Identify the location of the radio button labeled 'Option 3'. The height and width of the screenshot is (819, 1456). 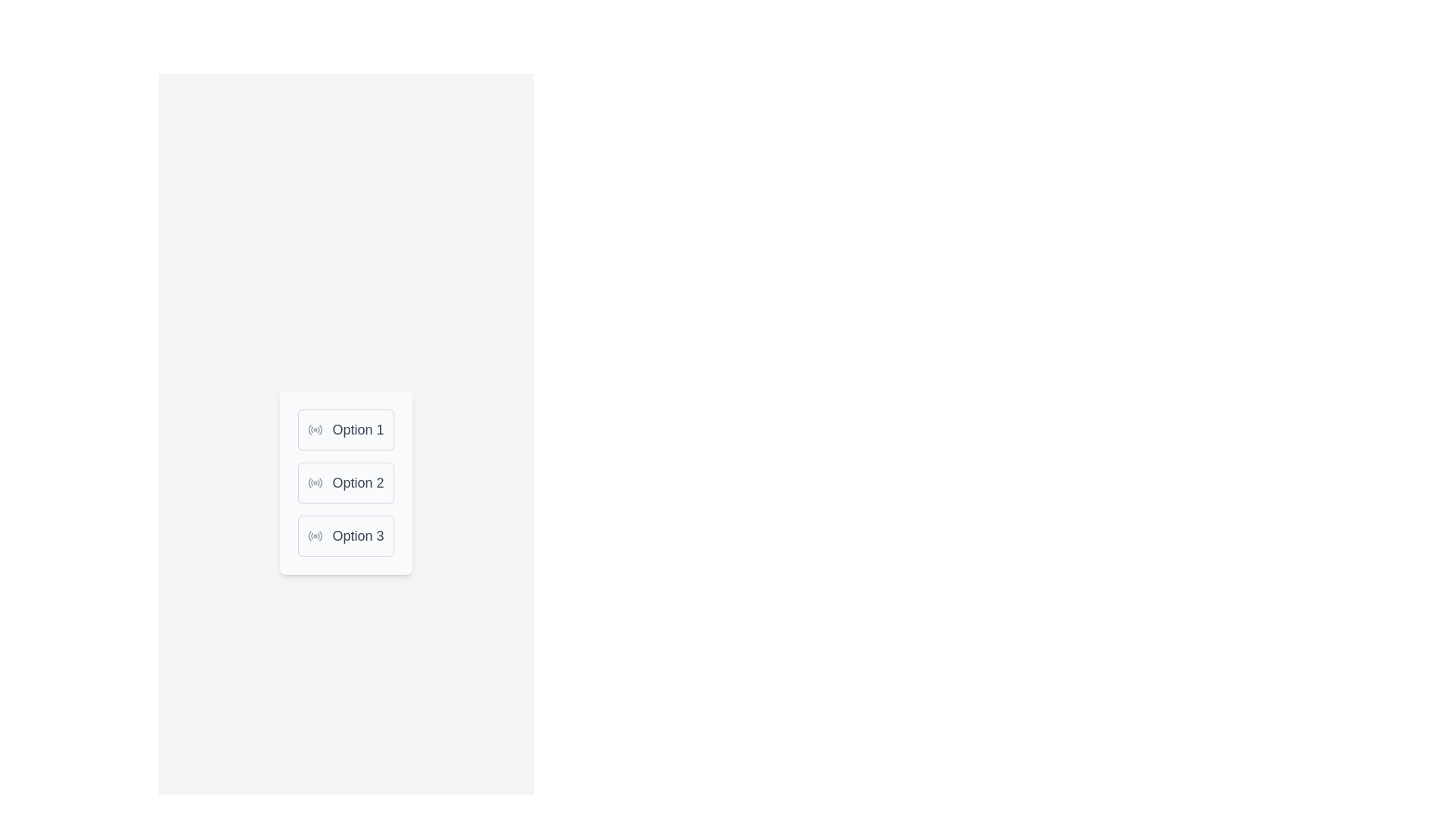
(345, 535).